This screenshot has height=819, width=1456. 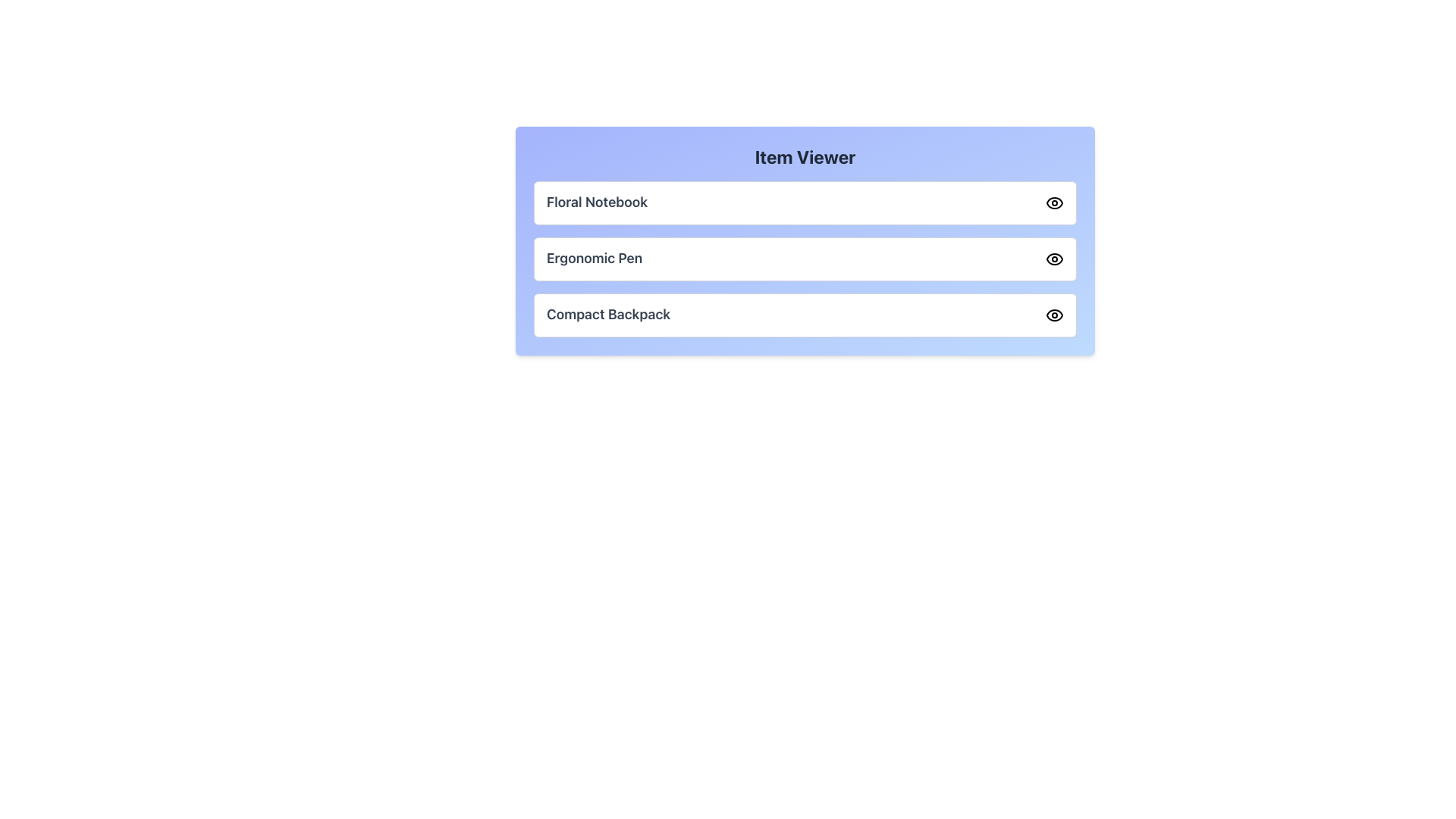 I want to click on the 'Ergonomic Pen' list item, so click(x=804, y=259).